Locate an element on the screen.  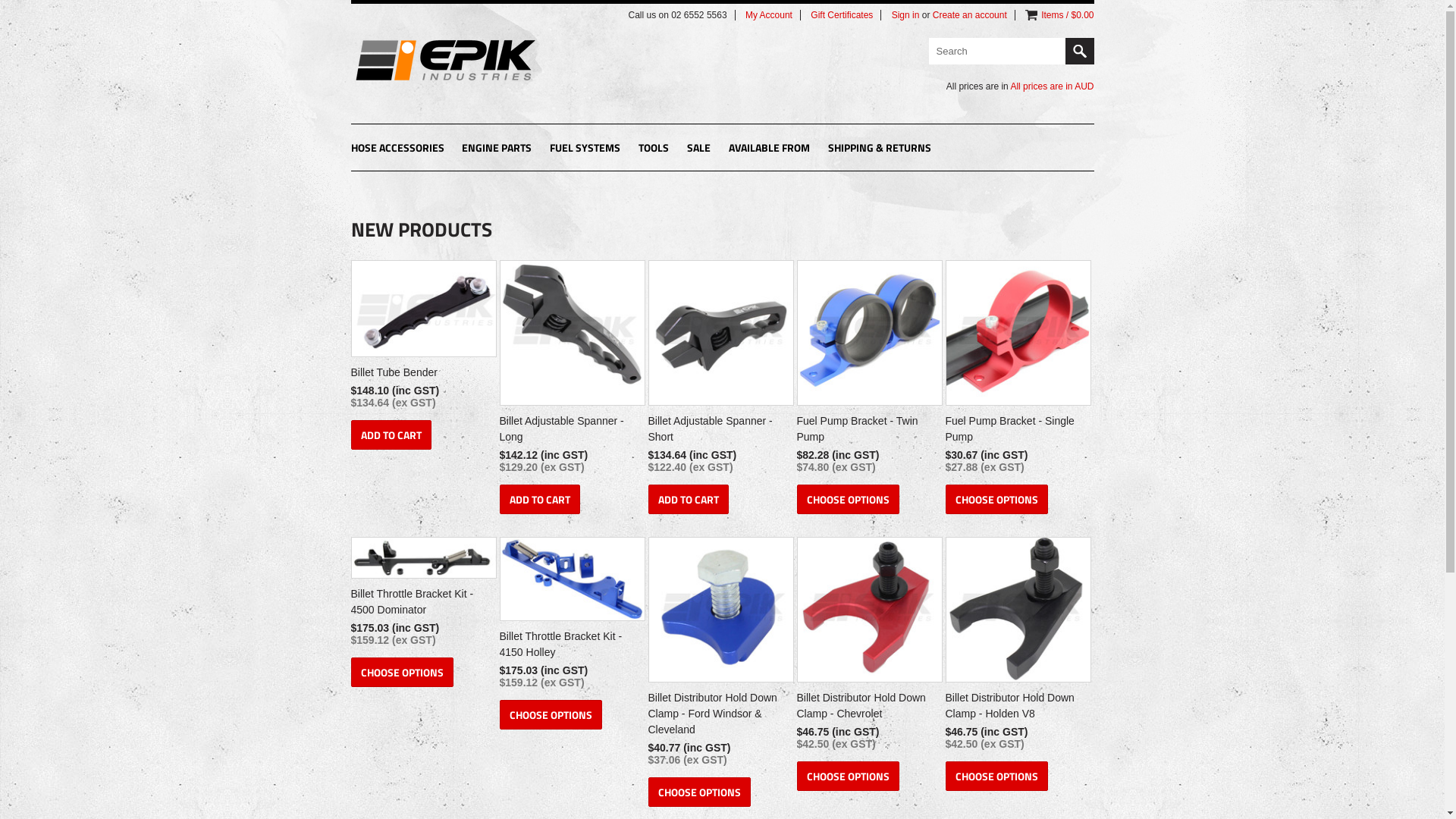
'Create an account' is located at coordinates (931, 14).